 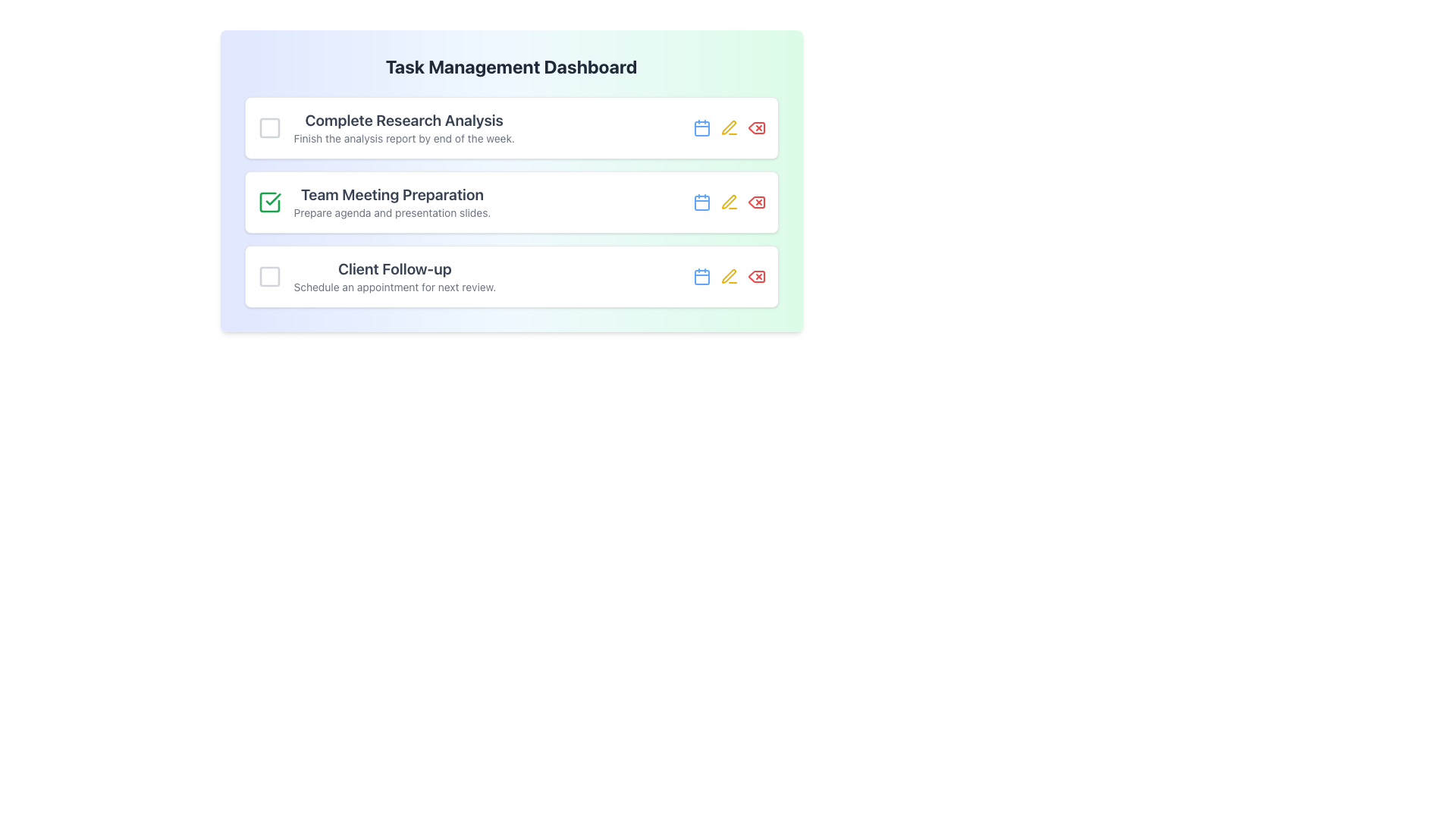 I want to click on the 'Complete Research Analysis' text block to access associated elements like the checkbox or action buttons, so click(x=386, y=127).